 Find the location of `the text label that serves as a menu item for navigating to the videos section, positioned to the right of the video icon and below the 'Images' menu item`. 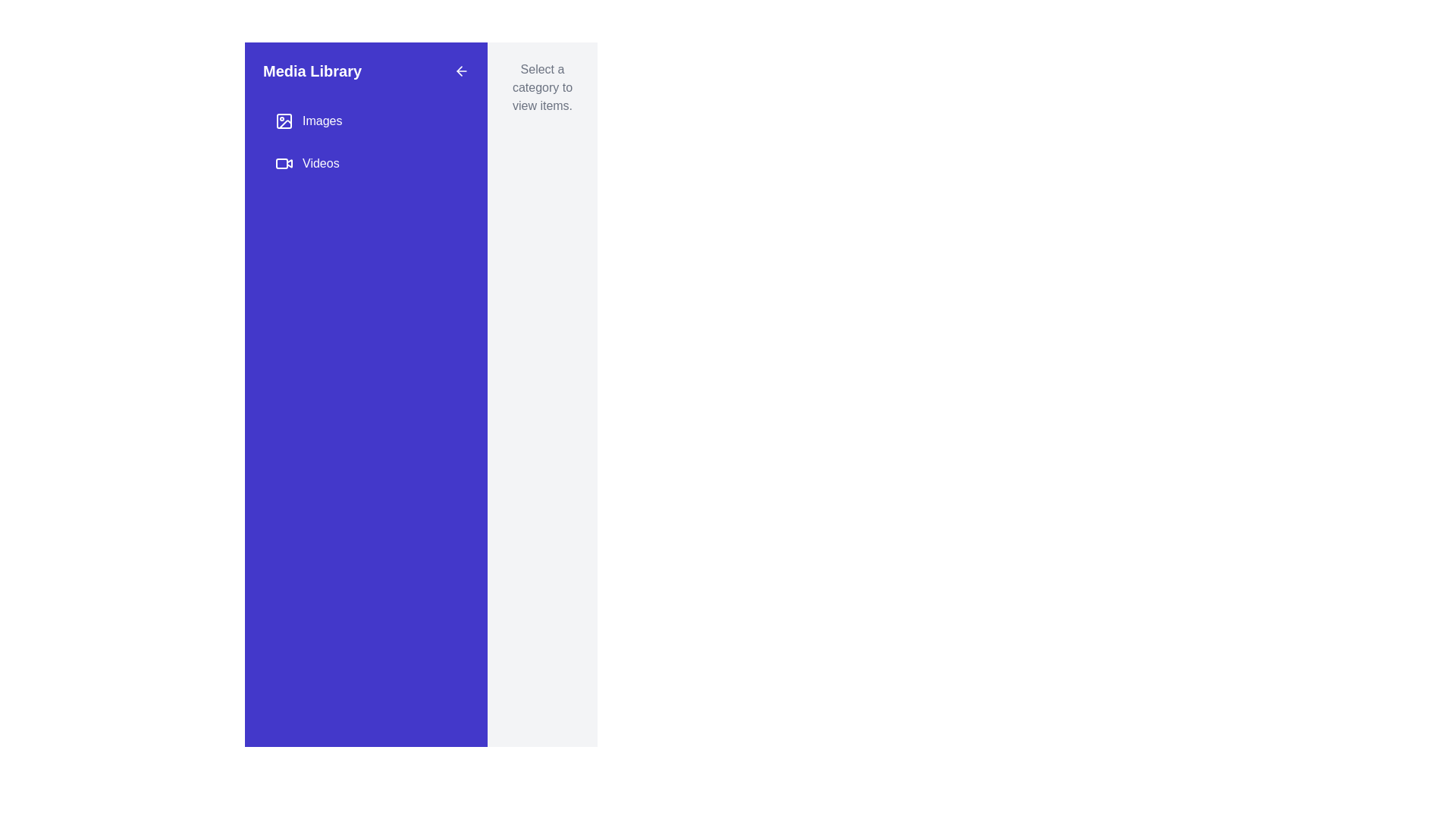

the text label that serves as a menu item for navigating to the videos section, positioned to the right of the video icon and below the 'Images' menu item is located at coordinates (320, 164).